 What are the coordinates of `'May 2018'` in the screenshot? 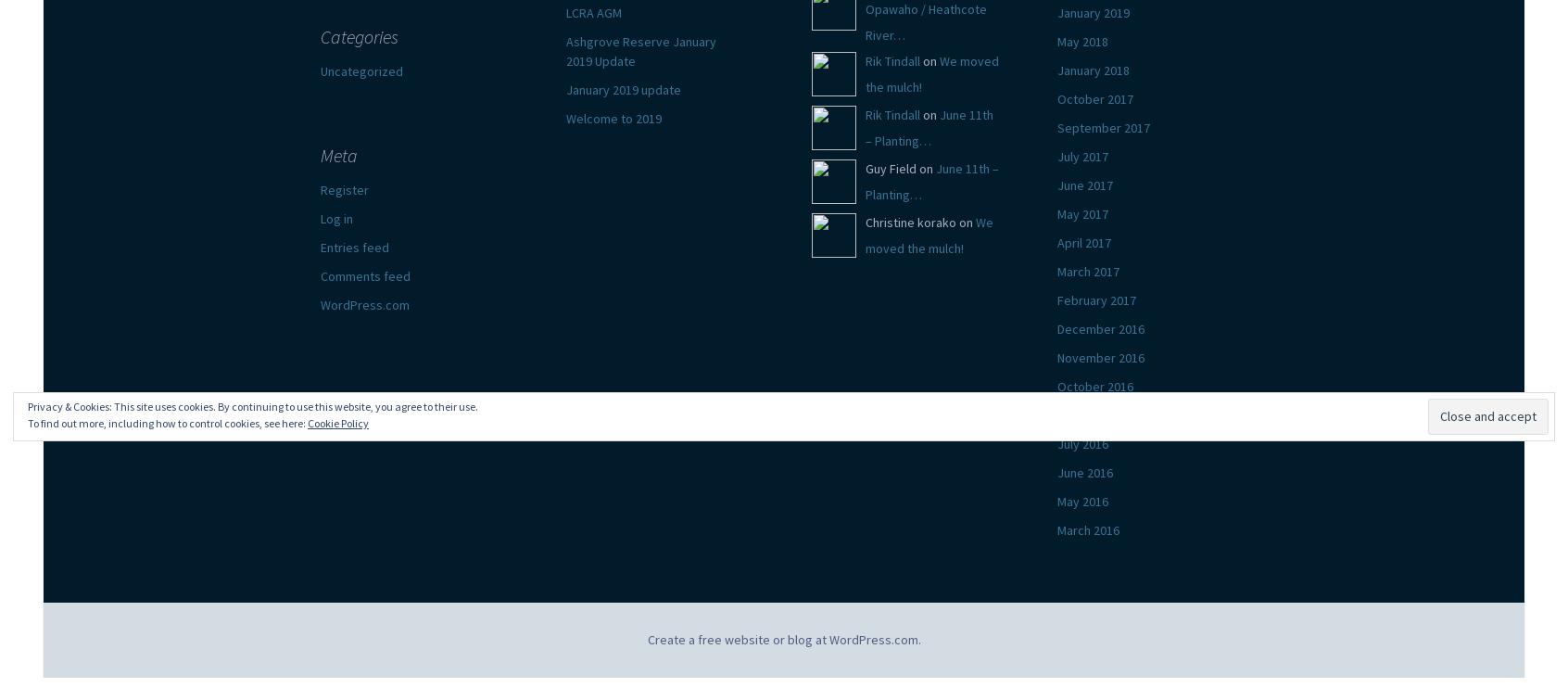 It's located at (1081, 41).